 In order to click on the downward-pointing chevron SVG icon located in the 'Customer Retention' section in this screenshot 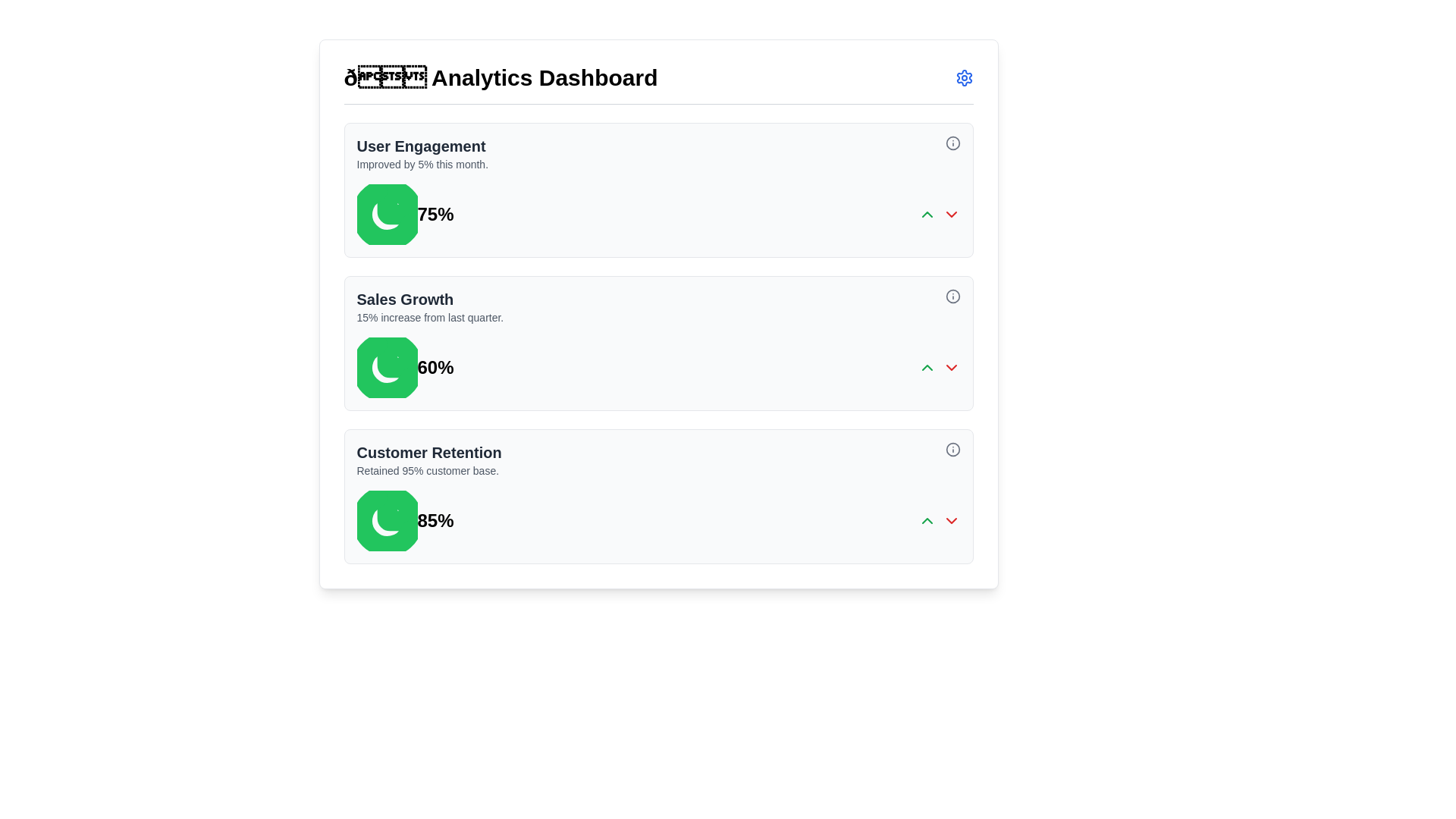, I will do `click(950, 519)`.